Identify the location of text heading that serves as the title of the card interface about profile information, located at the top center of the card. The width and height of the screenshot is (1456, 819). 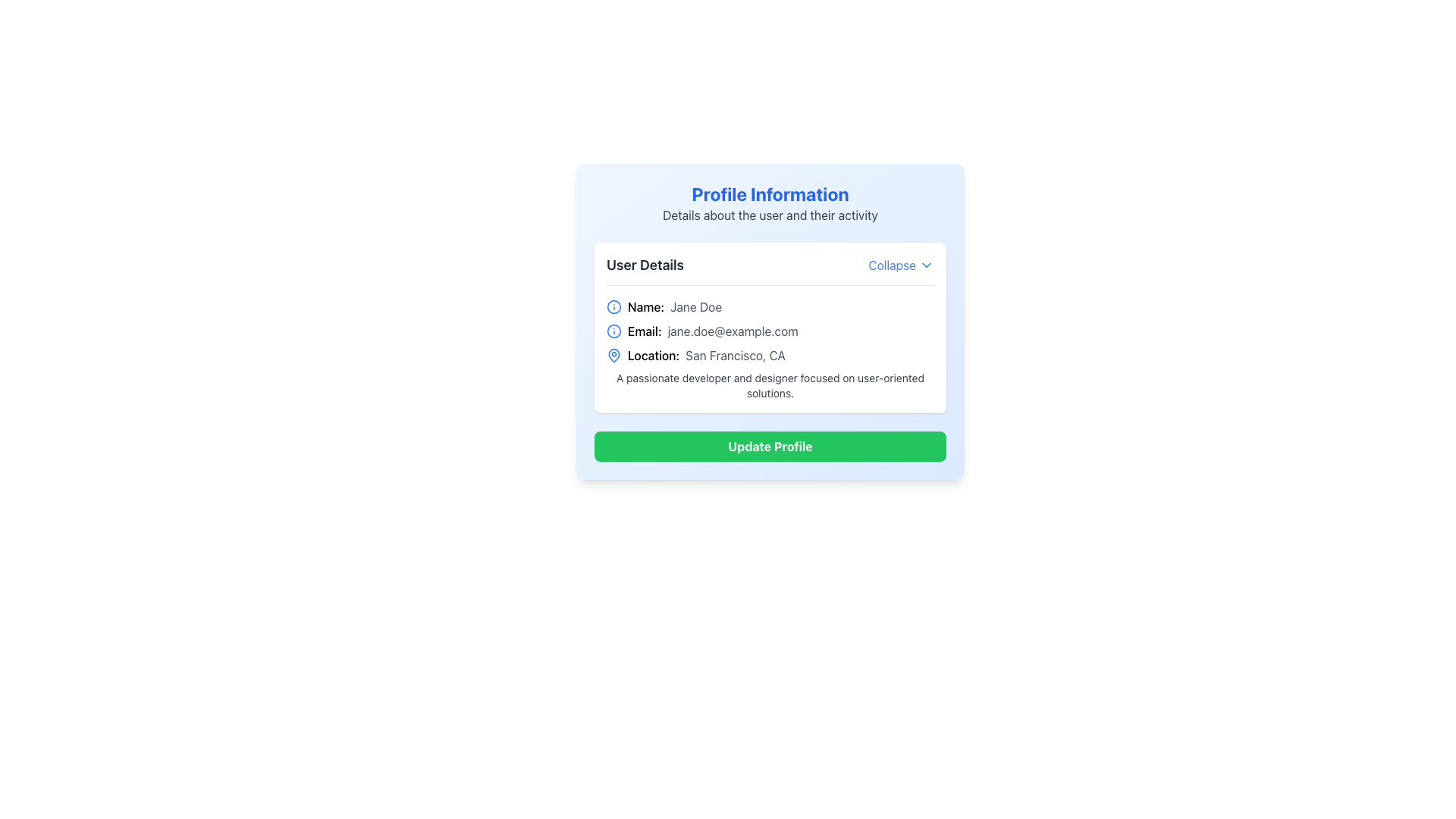
(770, 193).